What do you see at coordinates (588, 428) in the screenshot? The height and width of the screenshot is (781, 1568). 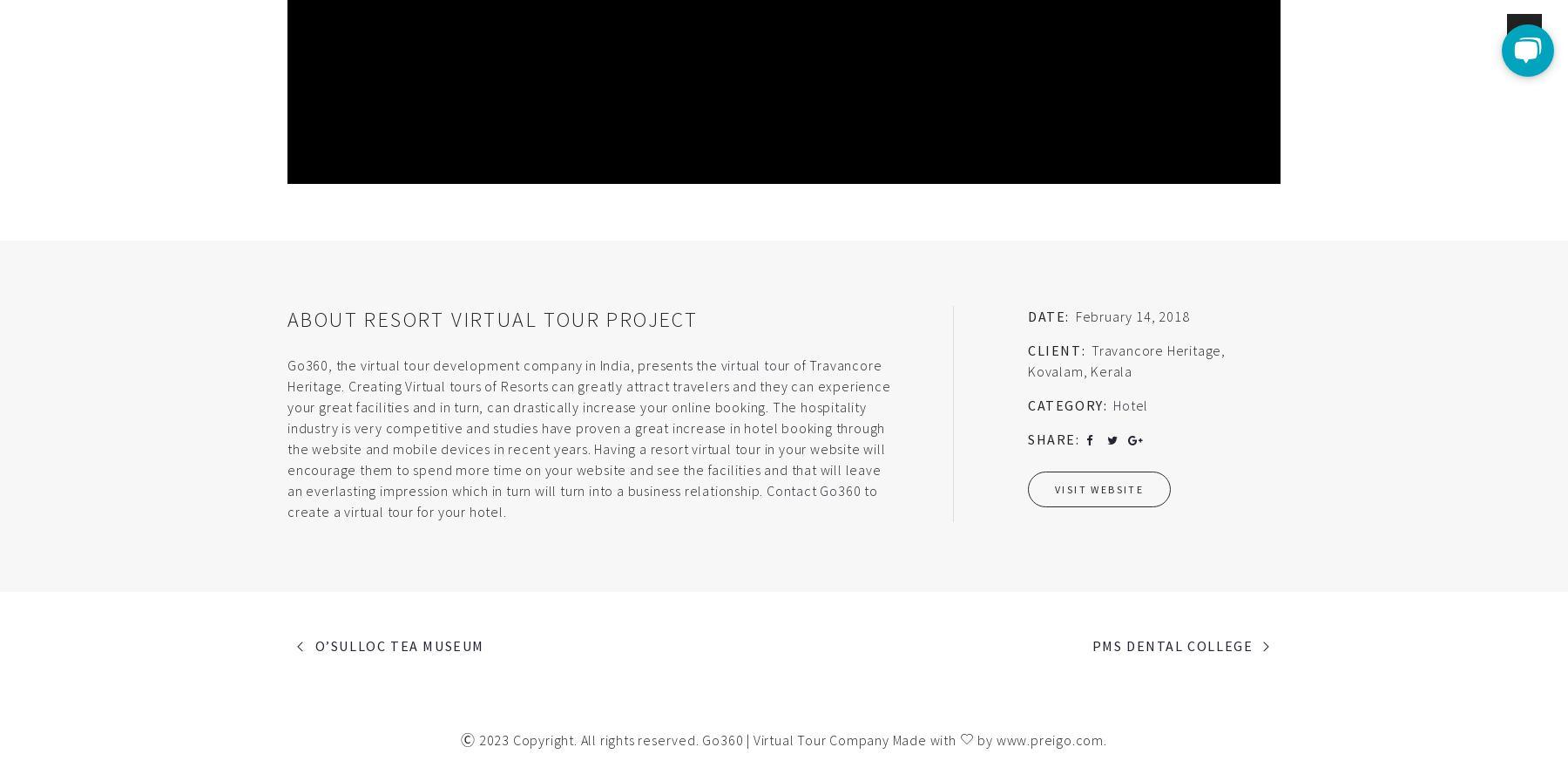 I see `'of Travancore Heritage. Creating Virtual tours of Resorts can greatly attract travelers and they can experience your great facilities and in turn, can drastically increase your online booking. The hospitality industry is very competitive and studies have proven a great increase in hotel booking through the website and mobile devices in recent years. Having a resort virtual tour in your website will encourage them to spend more time on your website and see the facilities and that will leave an everlasting impression which in turn will turn into a business relationship.'` at bounding box center [588, 428].